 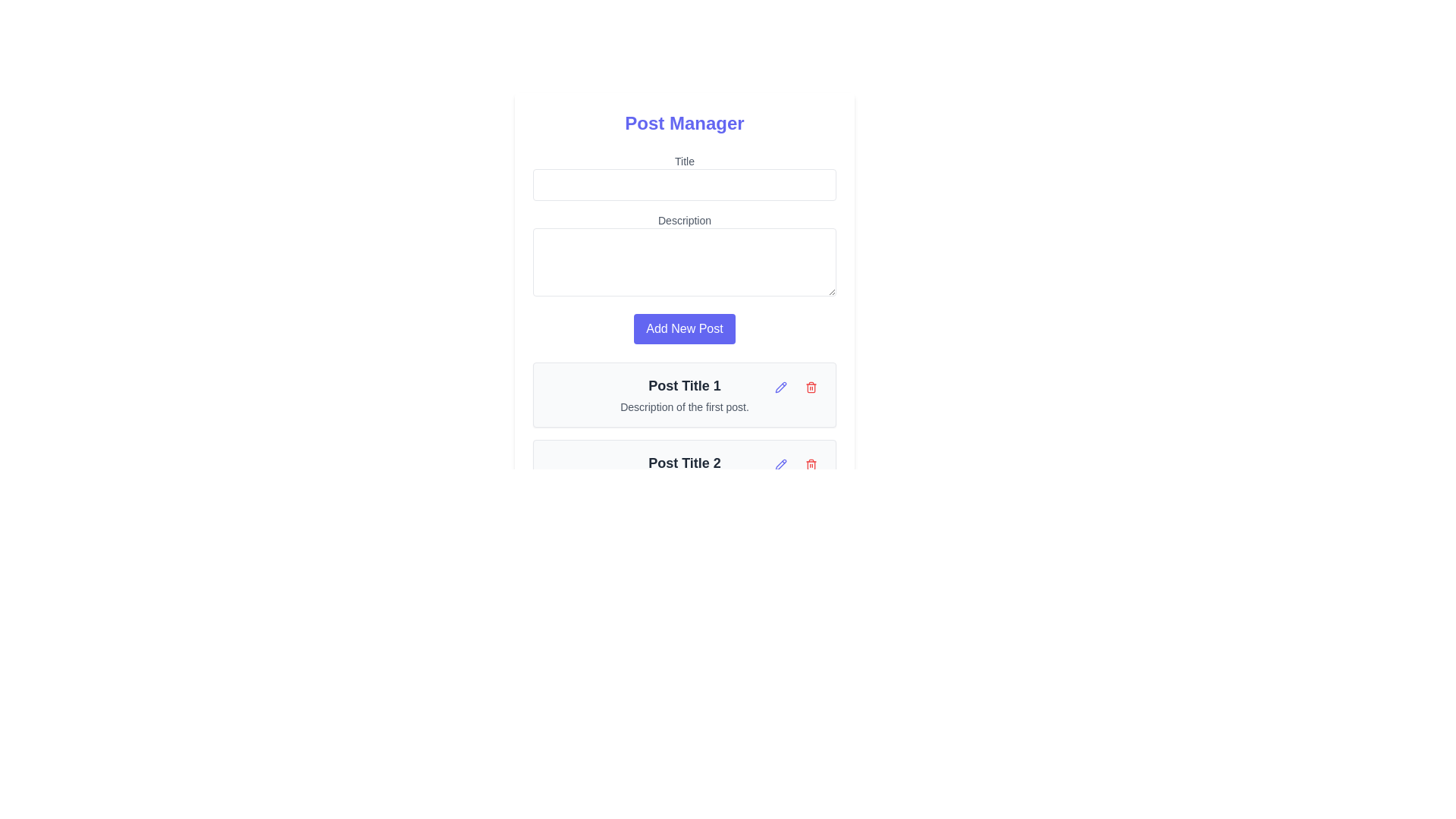 I want to click on label 'Post Manager' which is a centered, bold, large indigo text at the top of the user interface section, so click(x=683, y=122).